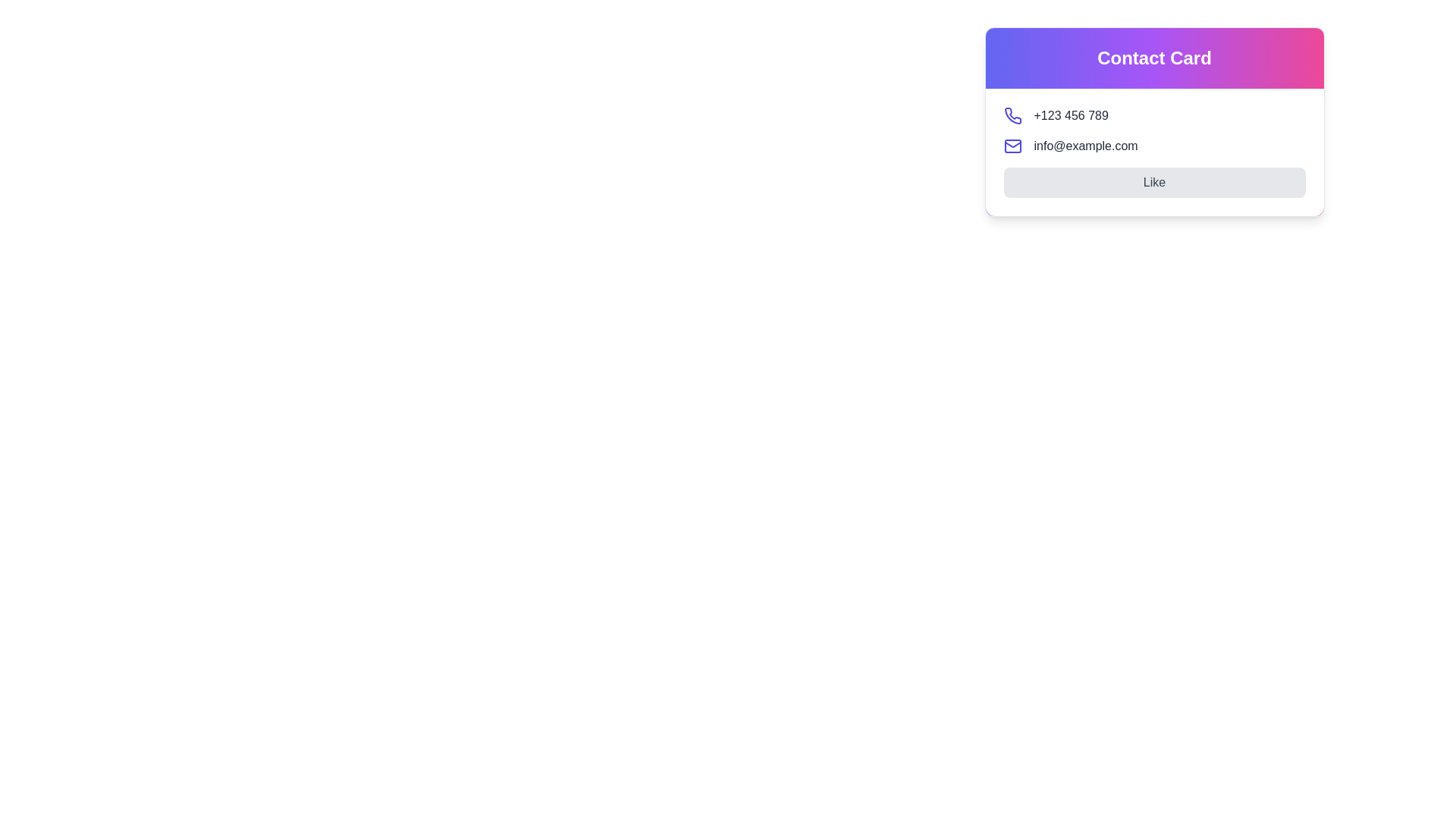  What do you see at coordinates (1012, 146) in the screenshot?
I see `the indigo envelope-shaped icon associated with the email functionality, located to the left of 'info@example.com'` at bounding box center [1012, 146].